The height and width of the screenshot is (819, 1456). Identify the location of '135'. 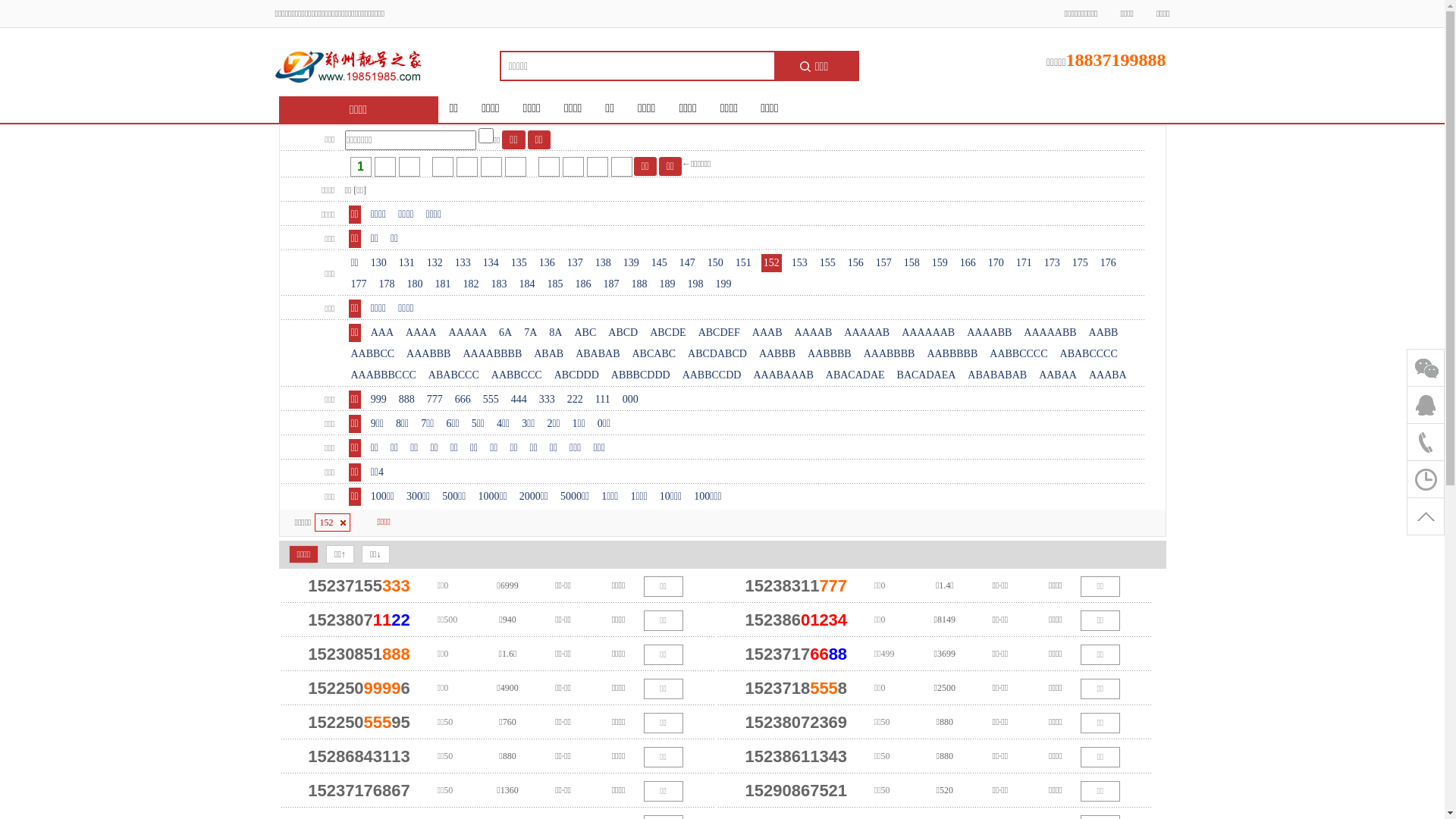
(509, 262).